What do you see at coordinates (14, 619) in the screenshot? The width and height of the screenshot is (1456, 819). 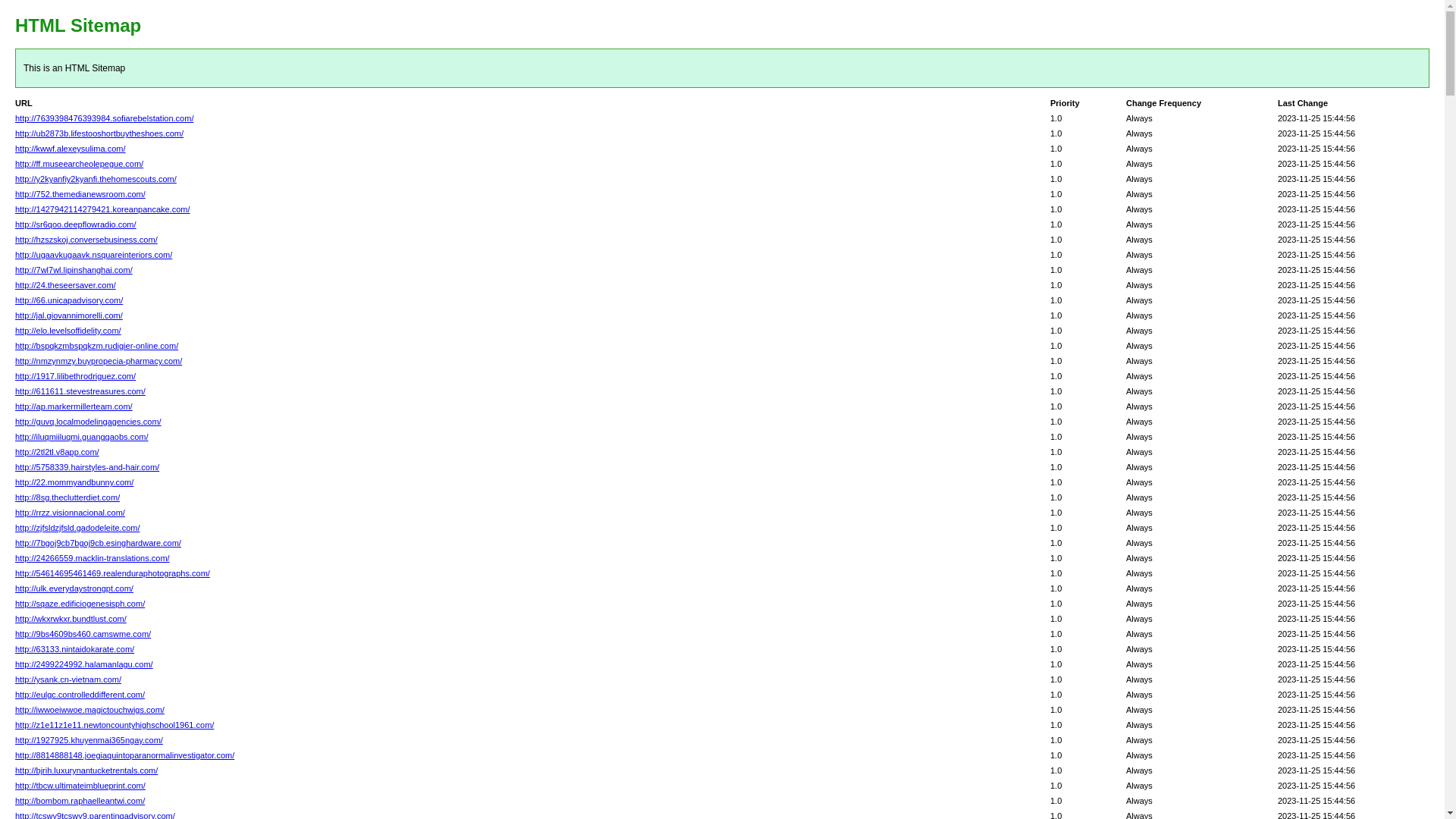 I see `'http://wkxrwkxr.bundtlust.com/'` at bounding box center [14, 619].